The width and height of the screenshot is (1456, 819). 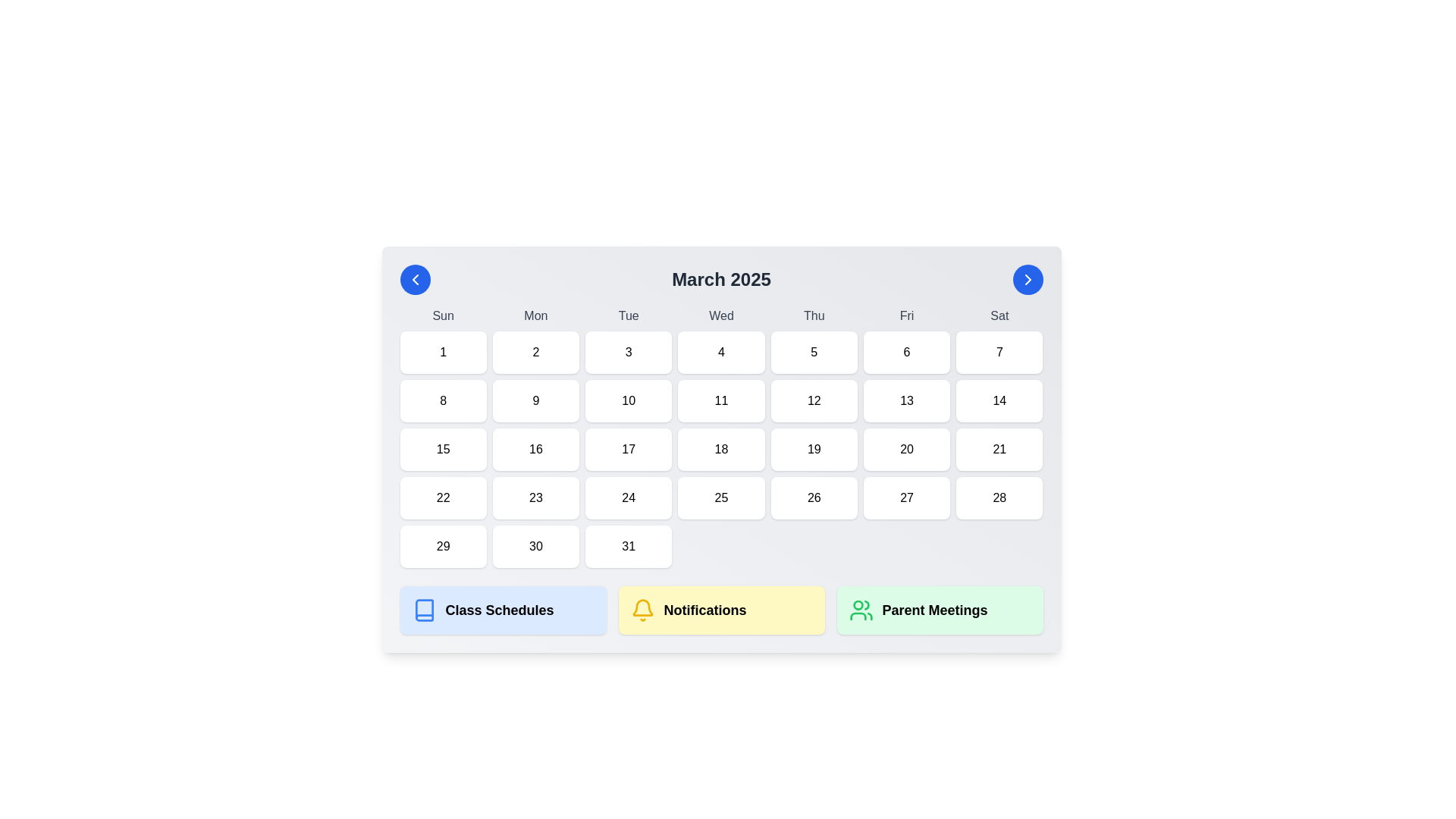 What do you see at coordinates (720, 280) in the screenshot?
I see `static text label indicating the currently displayed month and year of the calendar, which is centrally located between the left and right navigation buttons` at bounding box center [720, 280].